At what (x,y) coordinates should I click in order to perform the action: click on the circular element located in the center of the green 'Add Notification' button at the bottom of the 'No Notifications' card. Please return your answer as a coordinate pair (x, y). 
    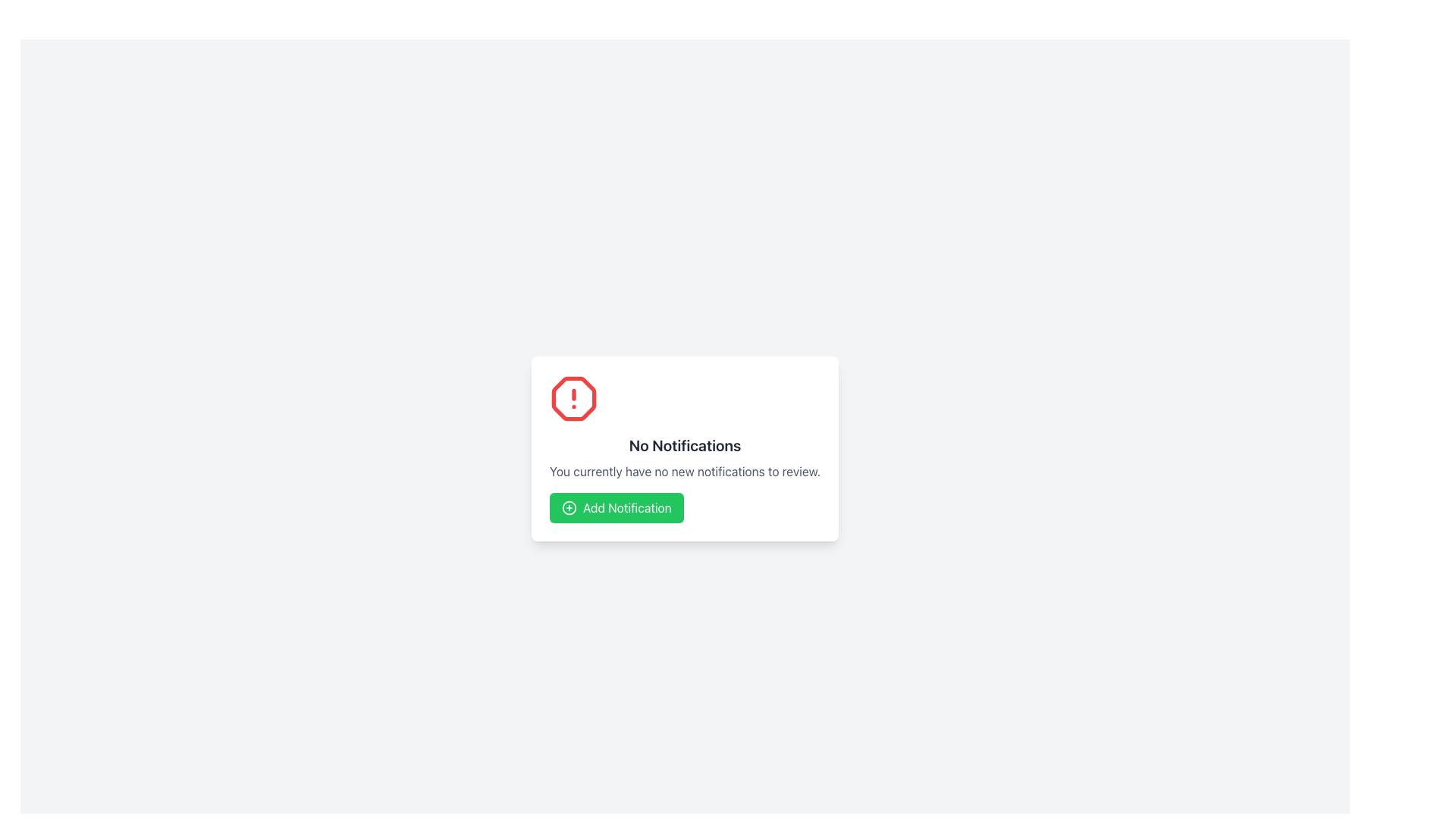
    Looking at the image, I should click on (568, 508).